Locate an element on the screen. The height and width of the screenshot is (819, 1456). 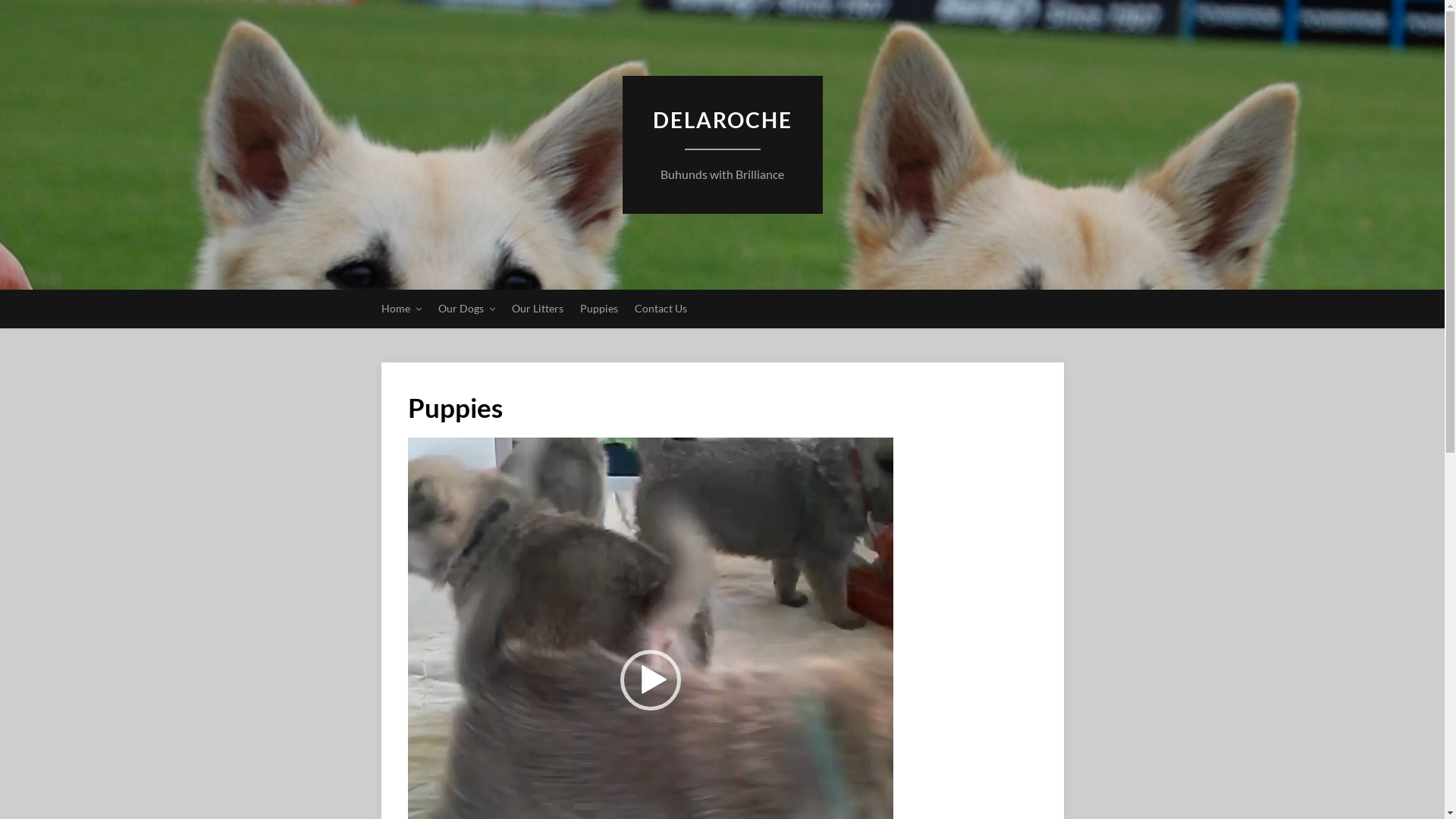
'Our Litters' is located at coordinates (537, 308).